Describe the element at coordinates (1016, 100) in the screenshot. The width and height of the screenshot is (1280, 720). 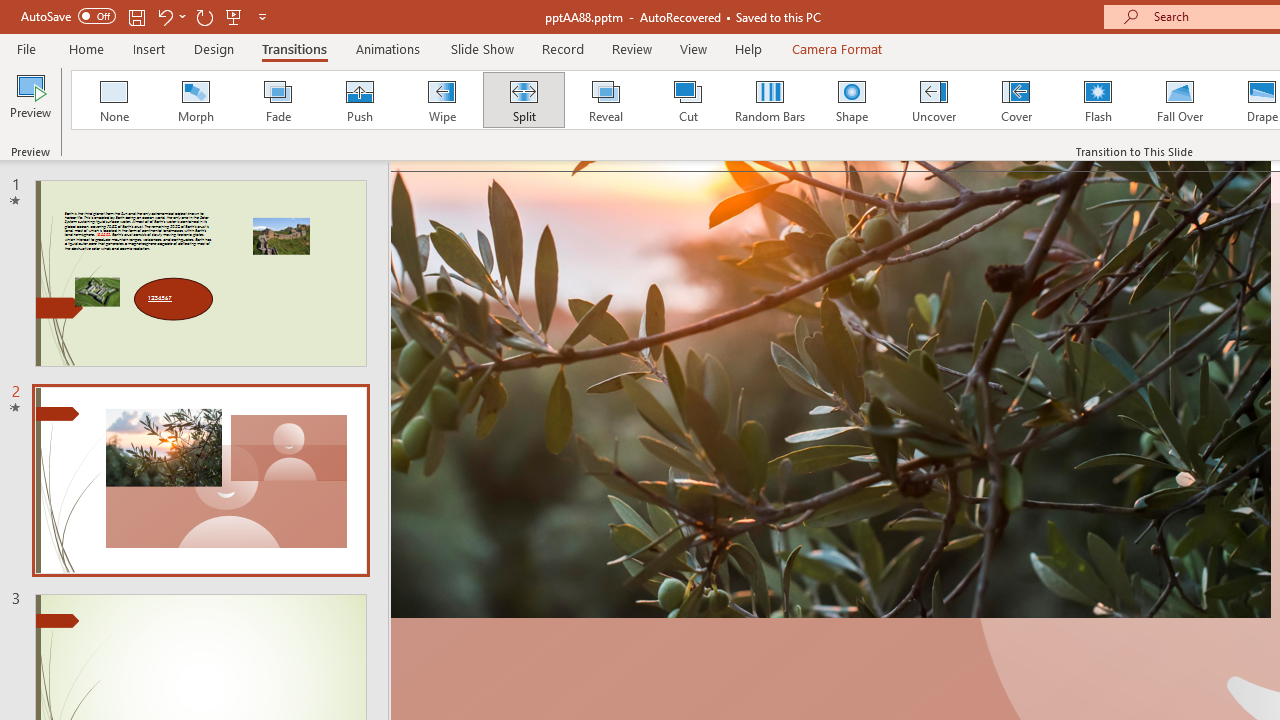
I see `'Cover'` at that location.